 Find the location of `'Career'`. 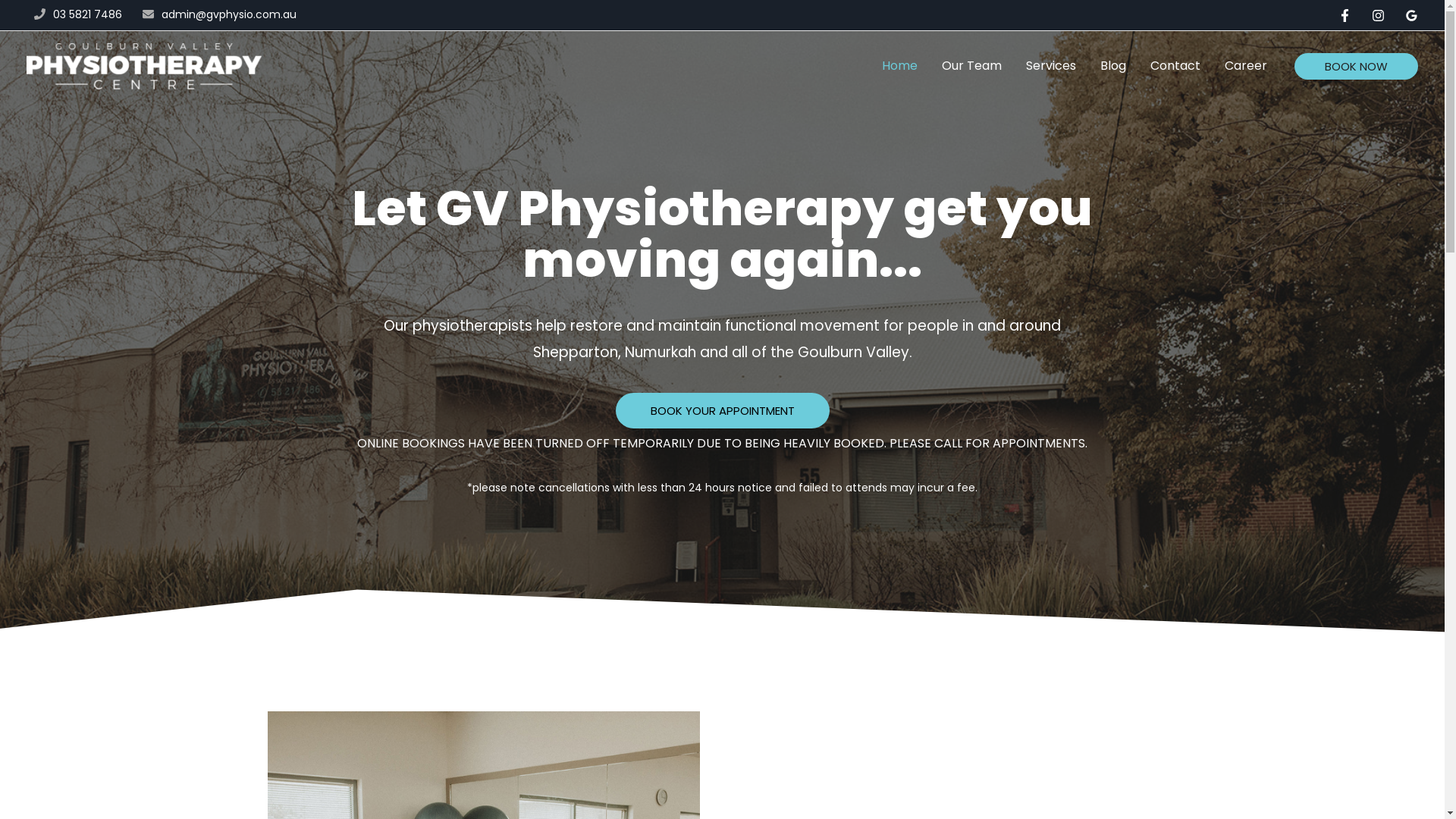

'Career' is located at coordinates (1245, 65).